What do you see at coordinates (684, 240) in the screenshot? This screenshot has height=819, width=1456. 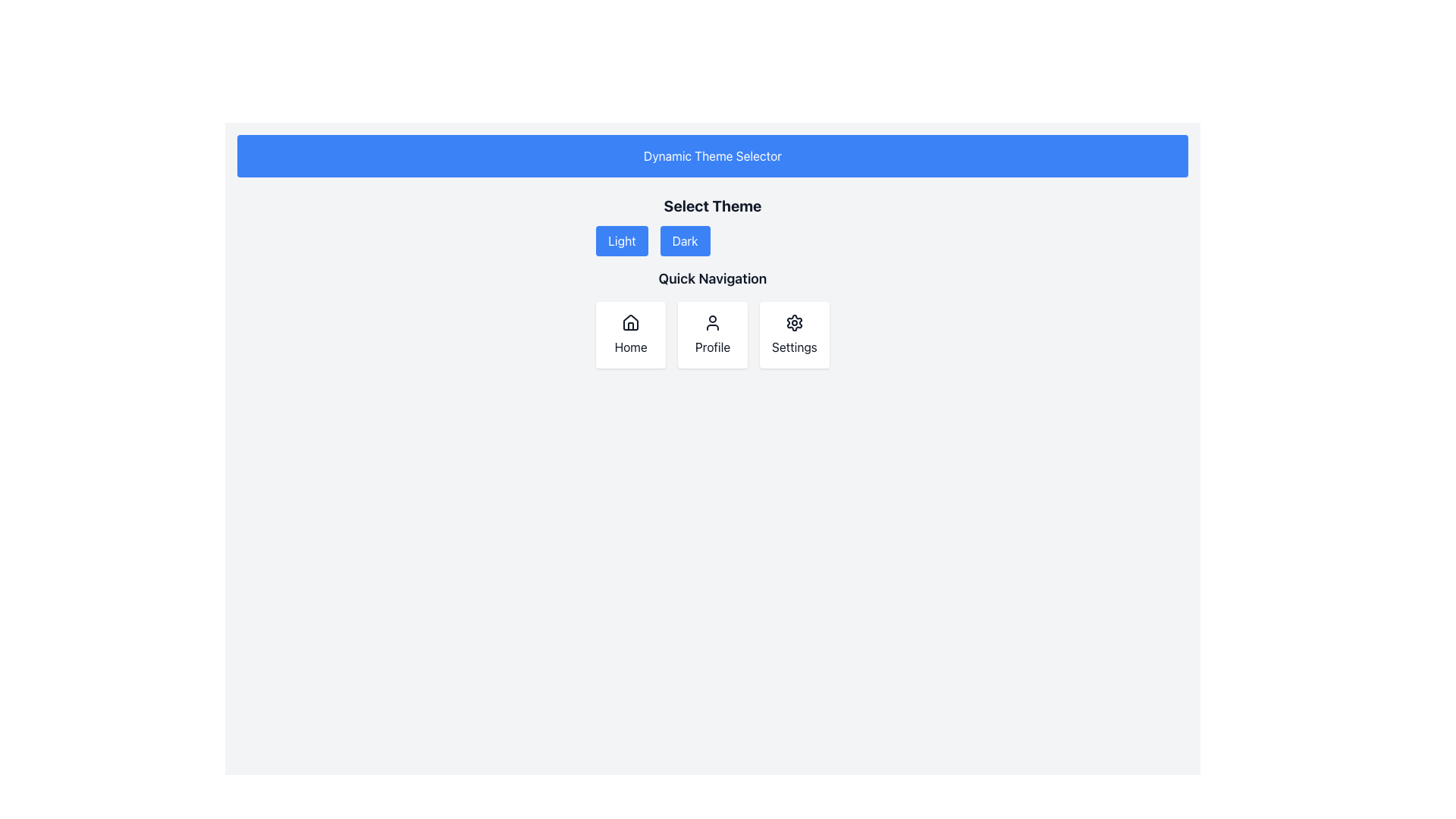 I see `the 'Dark' button, which is a medium-sized rectangular button with white text on a blue background` at bounding box center [684, 240].